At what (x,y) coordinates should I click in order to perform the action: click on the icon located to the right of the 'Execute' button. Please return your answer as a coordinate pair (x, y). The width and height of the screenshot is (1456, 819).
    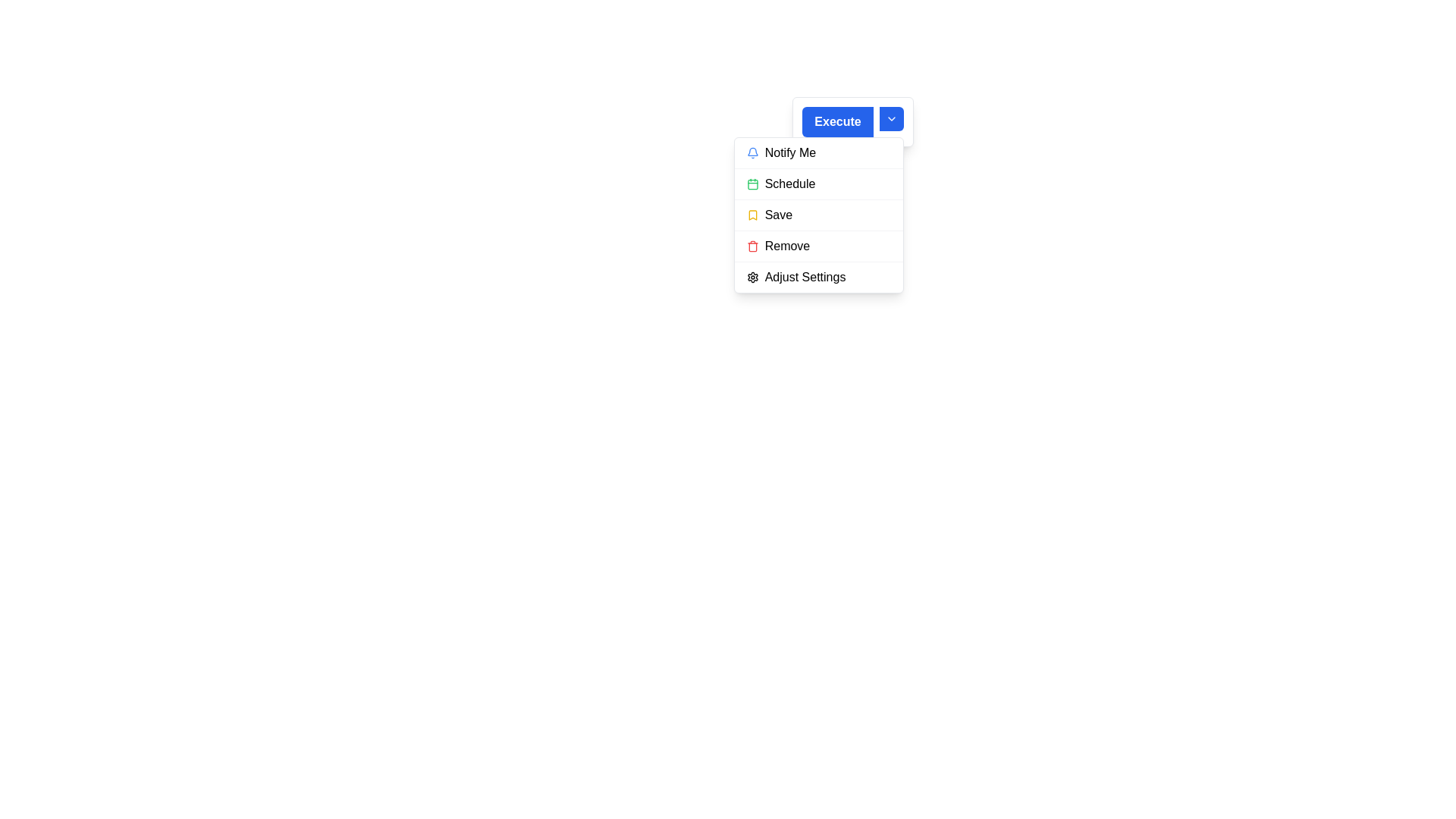
    Looking at the image, I should click on (891, 118).